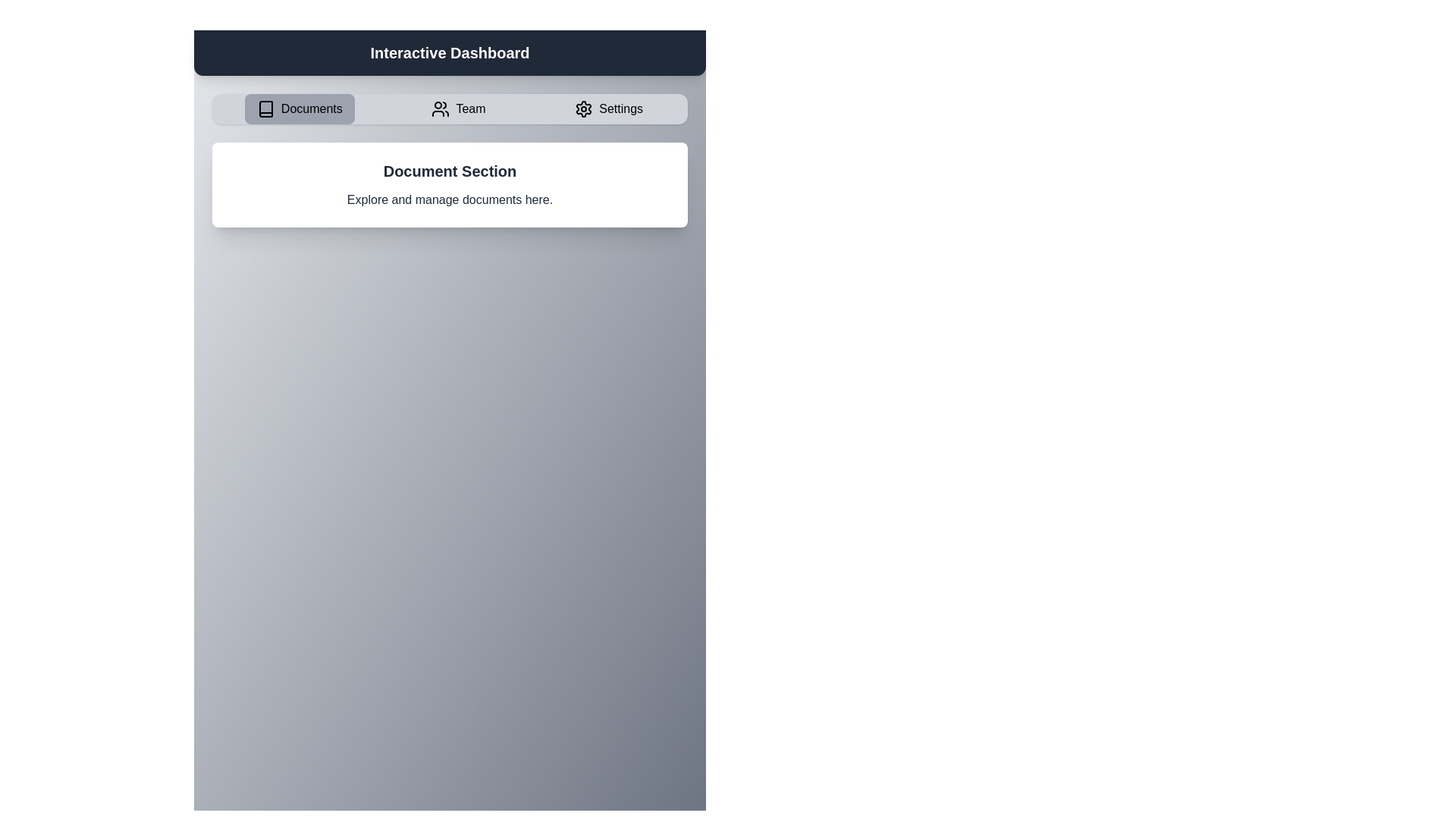  What do you see at coordinates (449, 184) in the screenshot?
I see `the informational text block titled 'Document Section', which contains the subtitle 'Explore and manage documents here.'` at bounding box center [449, 184].